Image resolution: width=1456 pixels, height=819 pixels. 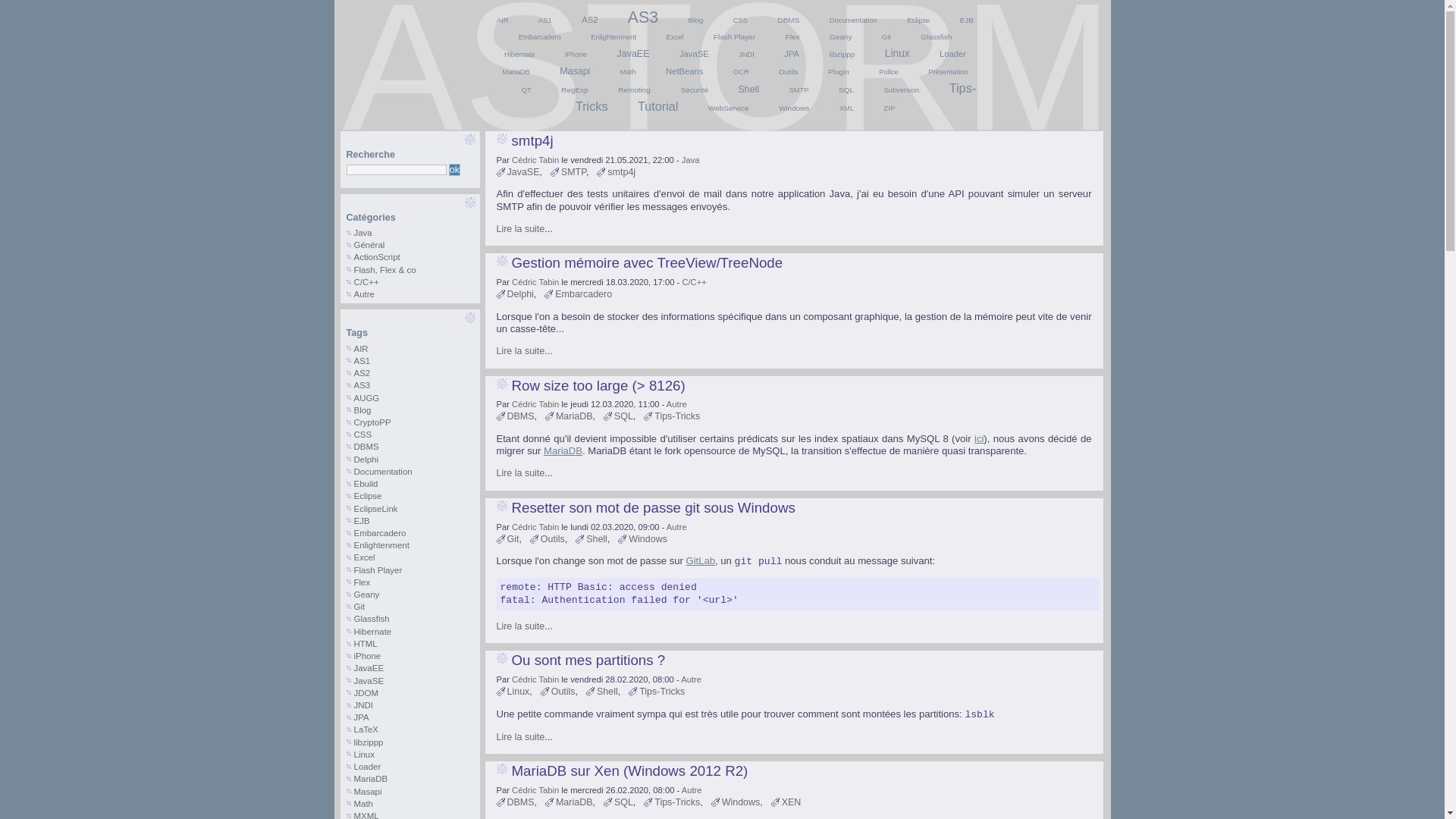 What do you see at coordinates (352, 742) in the screenshot?
I see `'libzippp'` at bounding box center [352, 742].